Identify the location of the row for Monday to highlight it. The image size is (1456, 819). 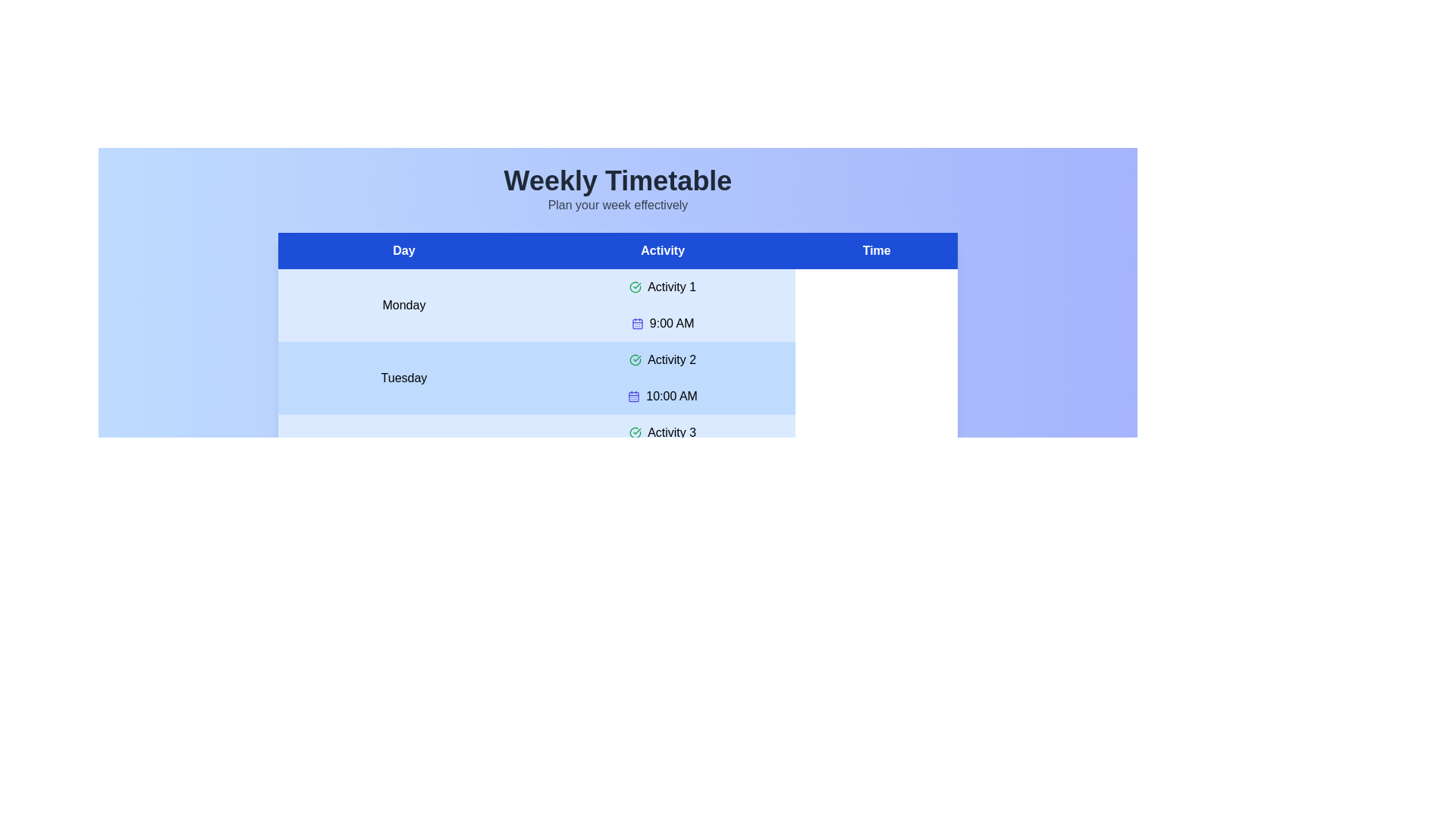
(618, 305).